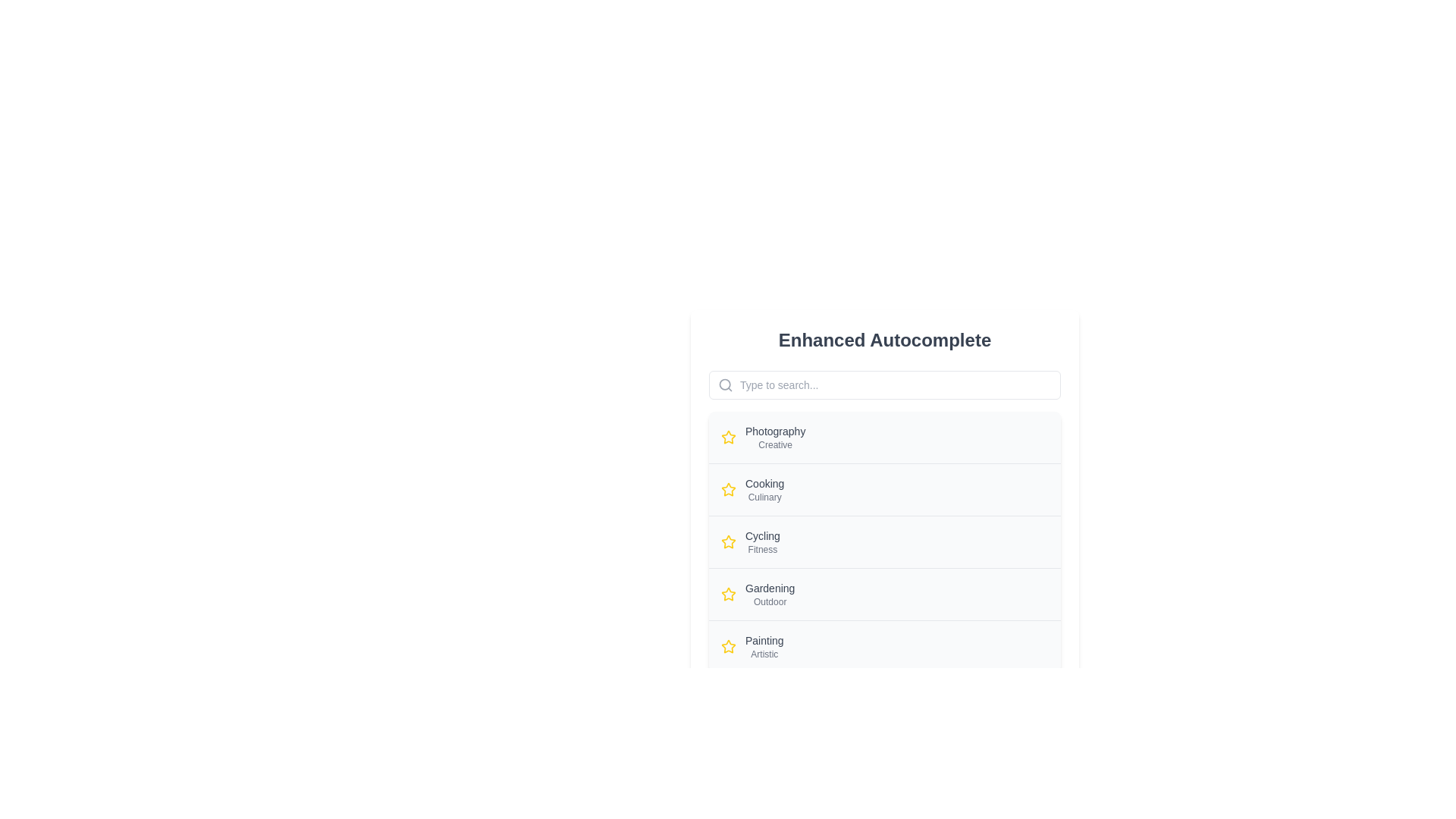 Image resolution: width=1456 pixels, height=819 pixels. What do you see at coordinates (764, 489) in the screenshot?
I see `the List item label displaying 'Cooking' and 'Culinary'` at bounding box center [764, 489].